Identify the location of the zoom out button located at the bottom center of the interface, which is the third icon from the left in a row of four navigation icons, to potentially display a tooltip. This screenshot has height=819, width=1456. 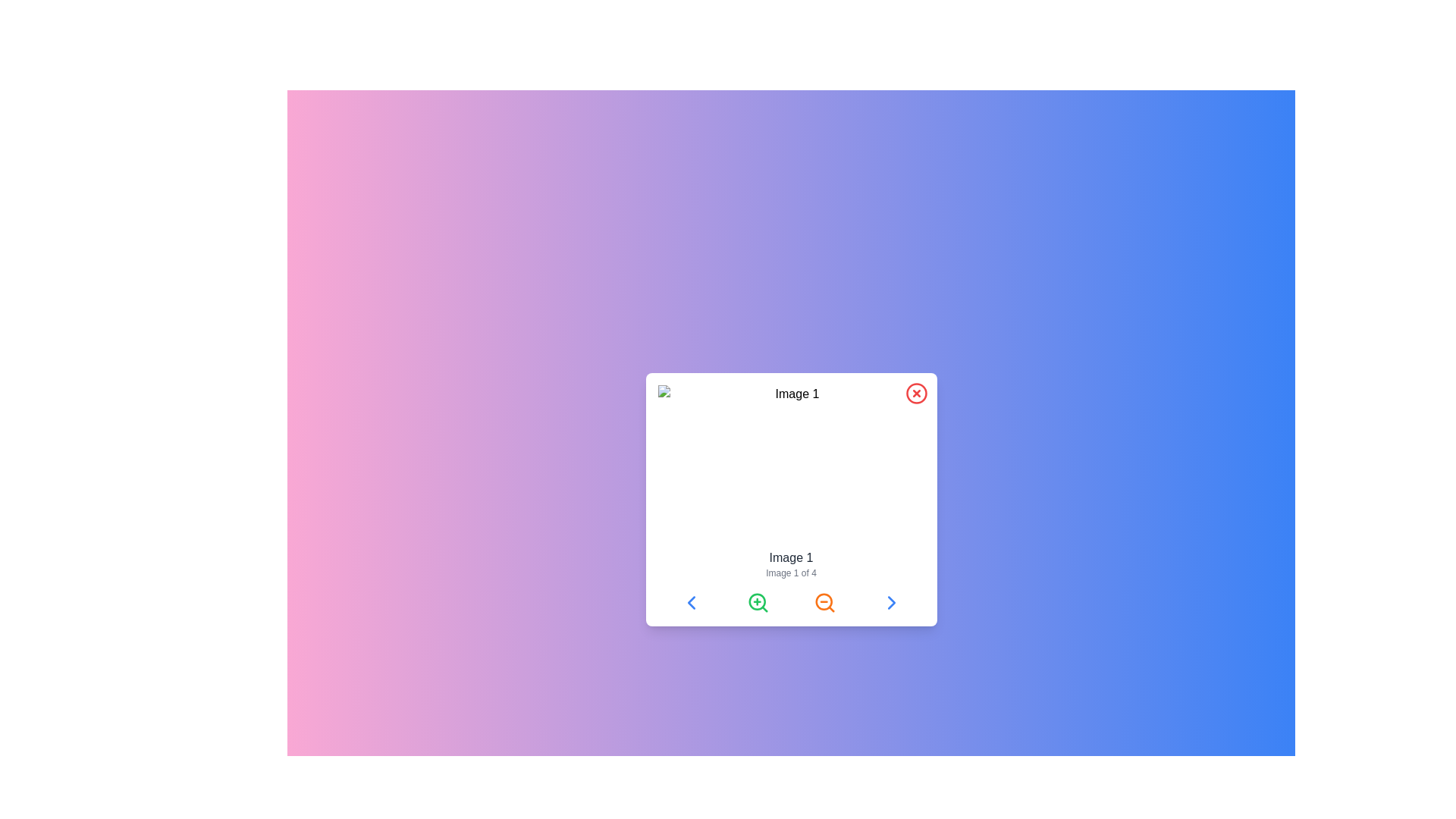
(824, 601).